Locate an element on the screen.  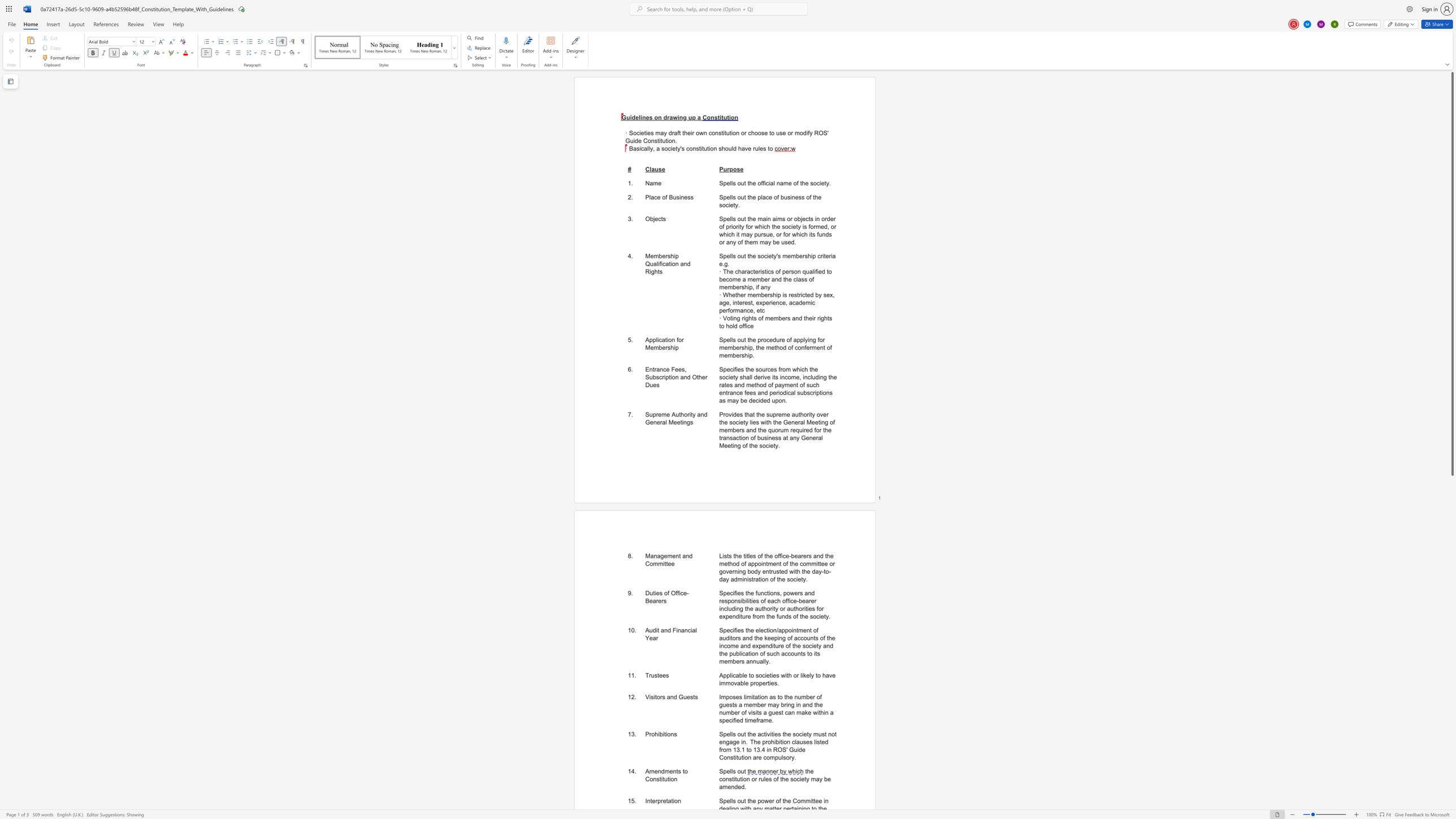
the subset text "cation for" within the text "Application for Membership" is located at coordinates (658, 339).